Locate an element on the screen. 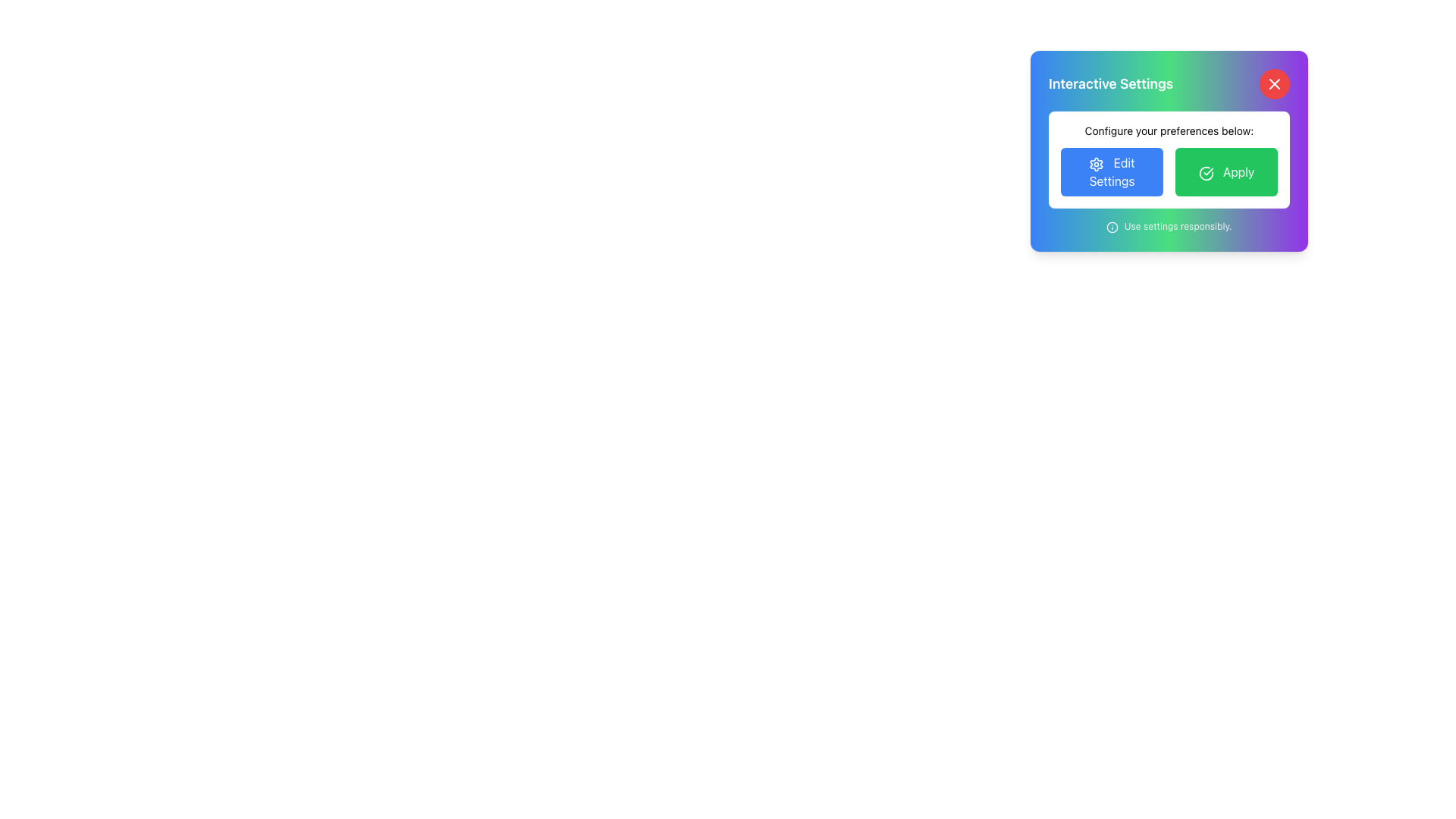 Image resolution: width=1456 pixels, height=819 pixels. the gear-shaped icon that symbolizes settings, located to the left of the 'Edit Settings' button within the dialog box is located at coordinates (1097, 164).